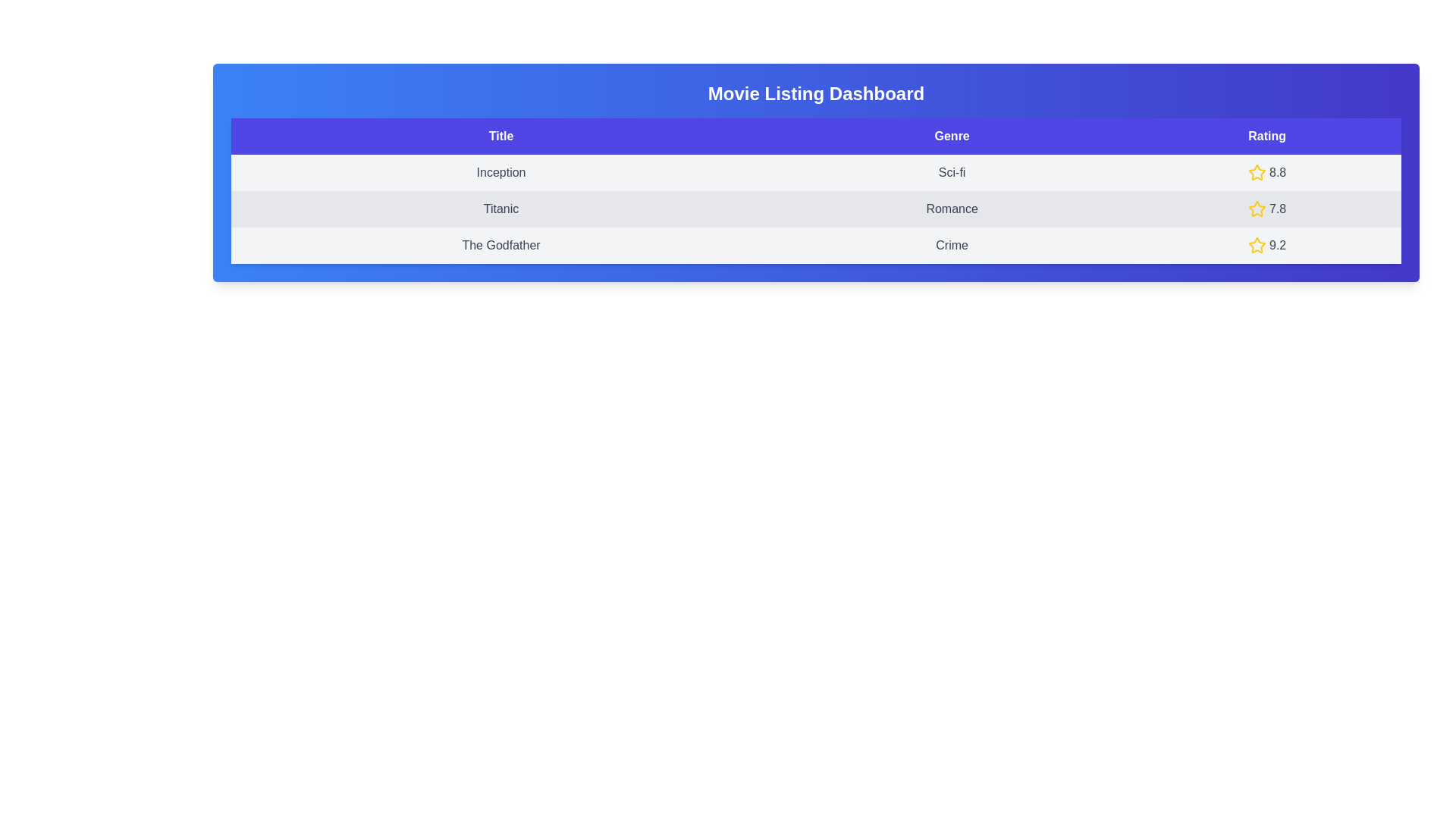 This screenshot has height=819, width=1456. What do you see at coordinates (1267, 171) in the screenshot?
I see `rating value displayed as '8.8' next to the yellow star icon in the Rating column of the Inception row in the movie listing table` at bounding box center [1267, 171].